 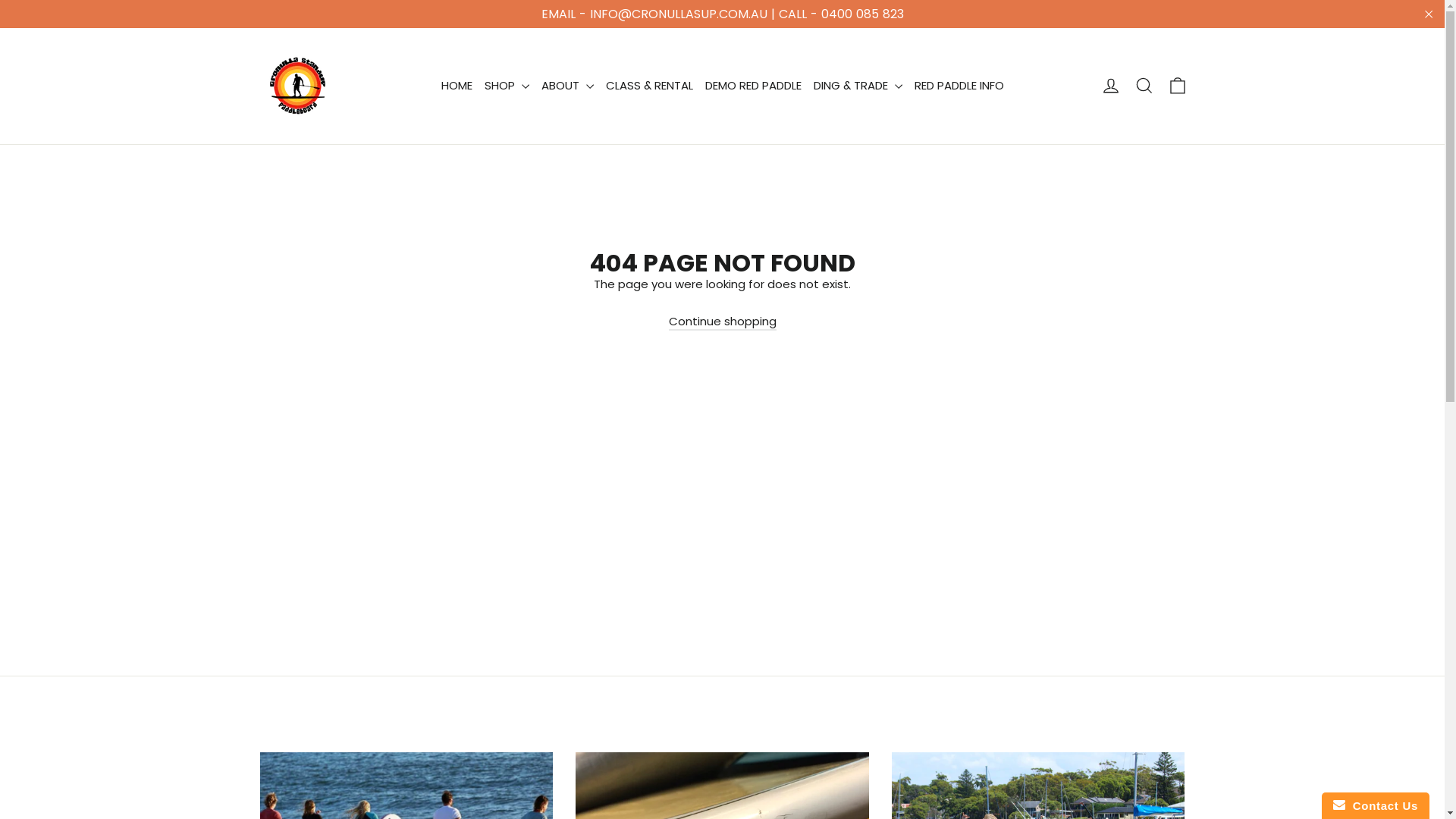 I want to click on 'RED PADDLE INFO', so click(x=959, y=85).